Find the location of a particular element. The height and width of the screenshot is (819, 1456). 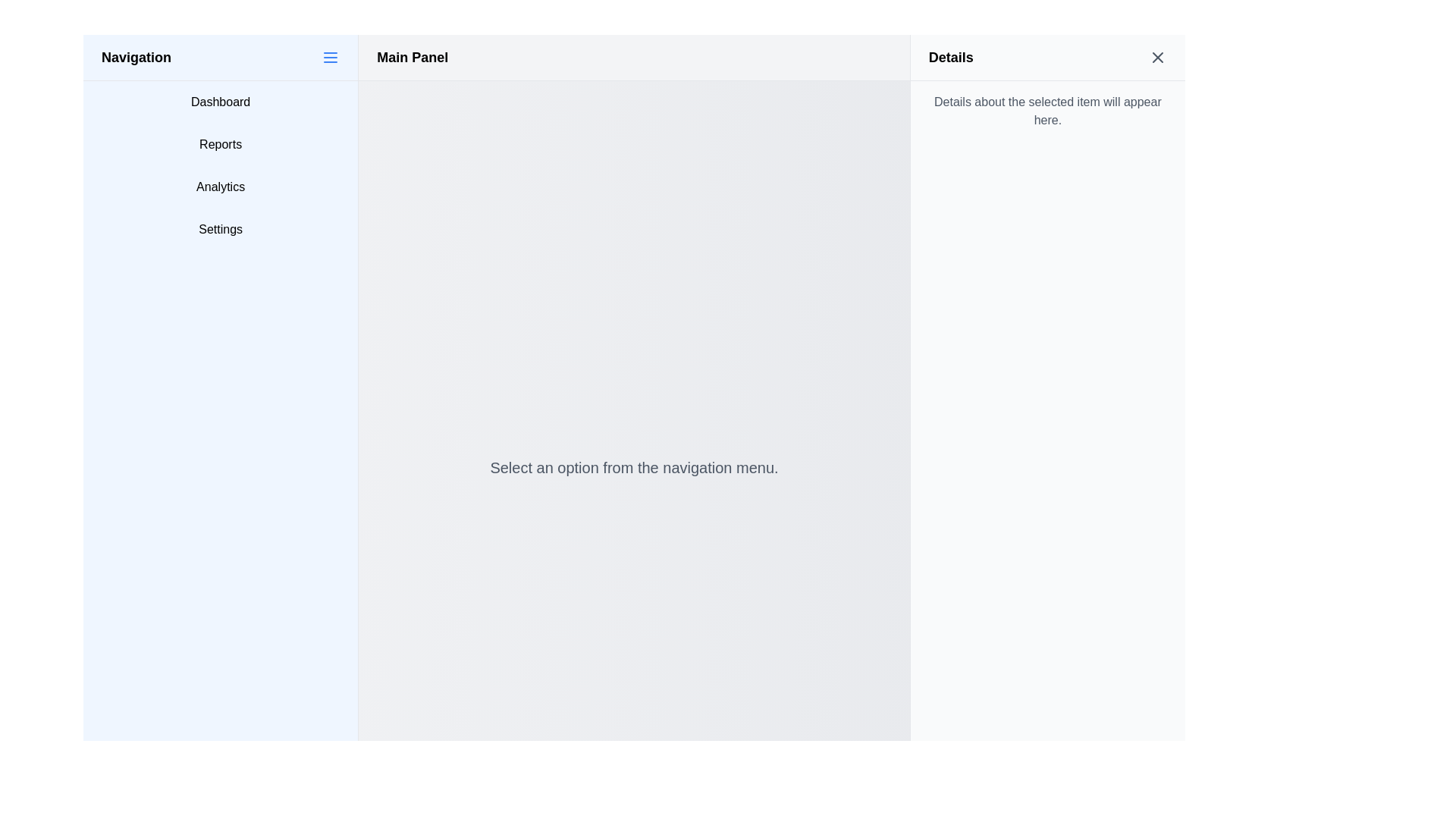

the Navigation List Item labeled 'Analytics' in the light blue vertical navigation menu on the left side of the interface is located at coordinates (220, 186).